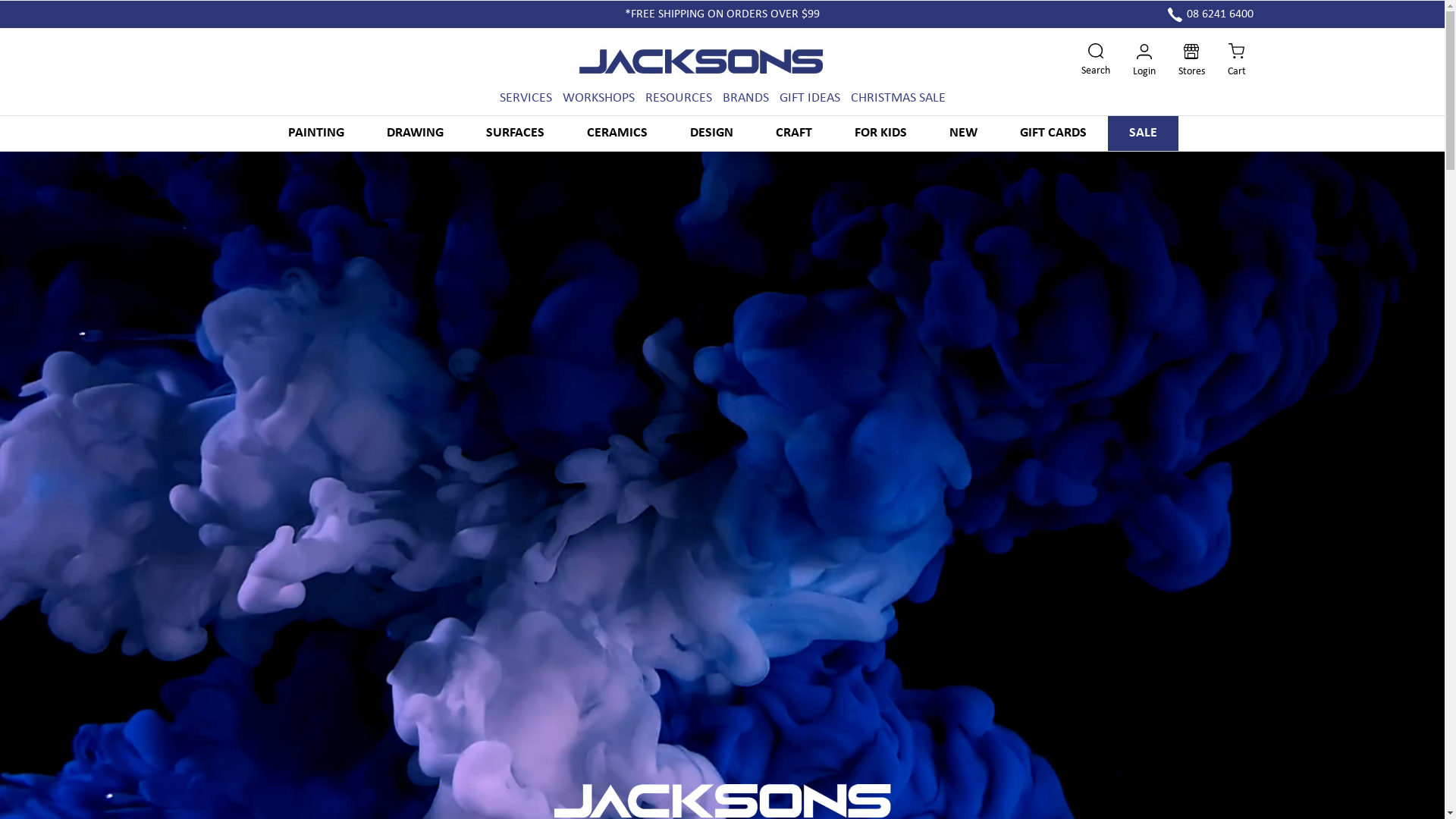  I want to click on 'SALE', so click(1106, 133).